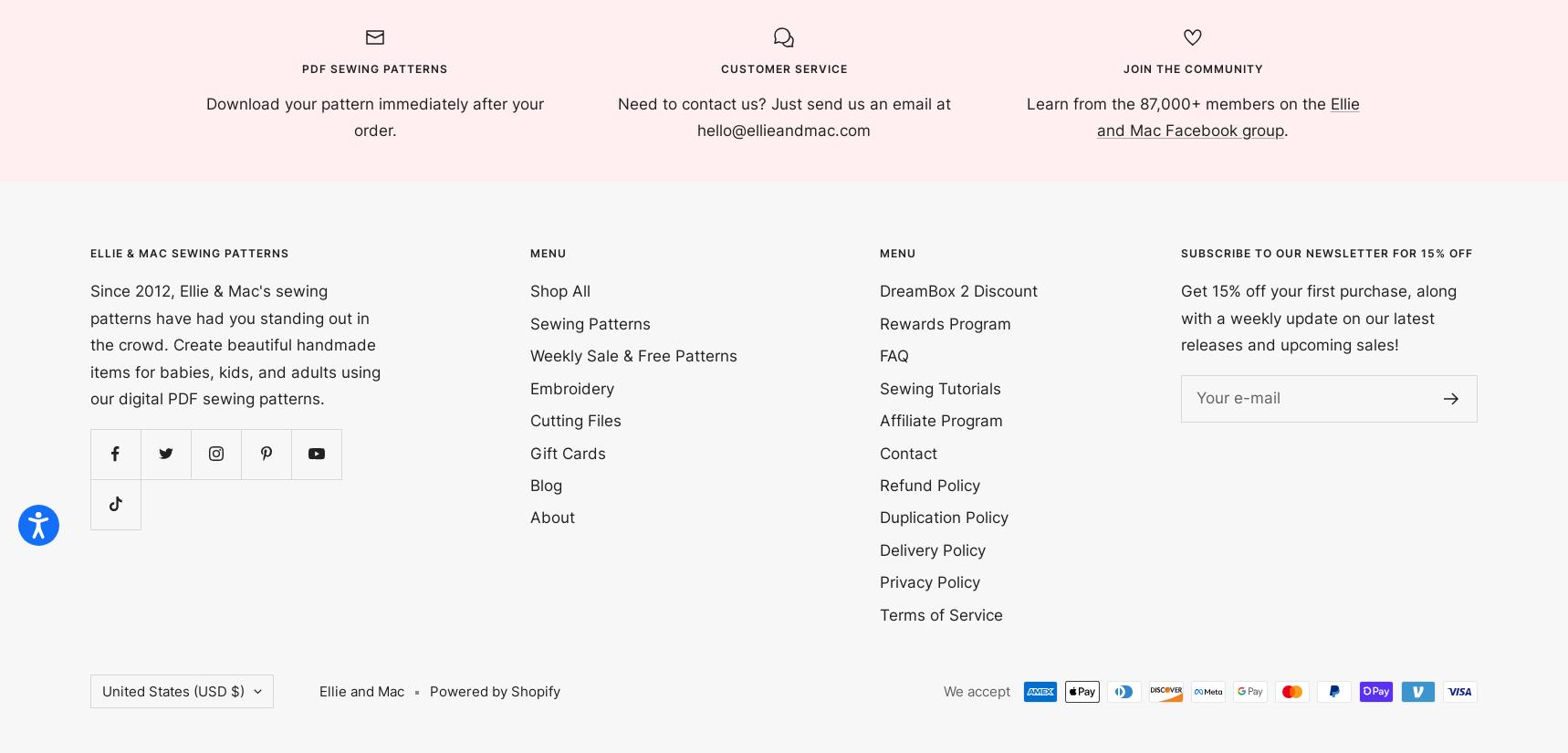 The image size is (1568, 753). What do you see at coordinates (204, 491) in the screenshot?
I see `'Cocos (Keeling) Islands (USD $)'` at bounding box center [204, 491].